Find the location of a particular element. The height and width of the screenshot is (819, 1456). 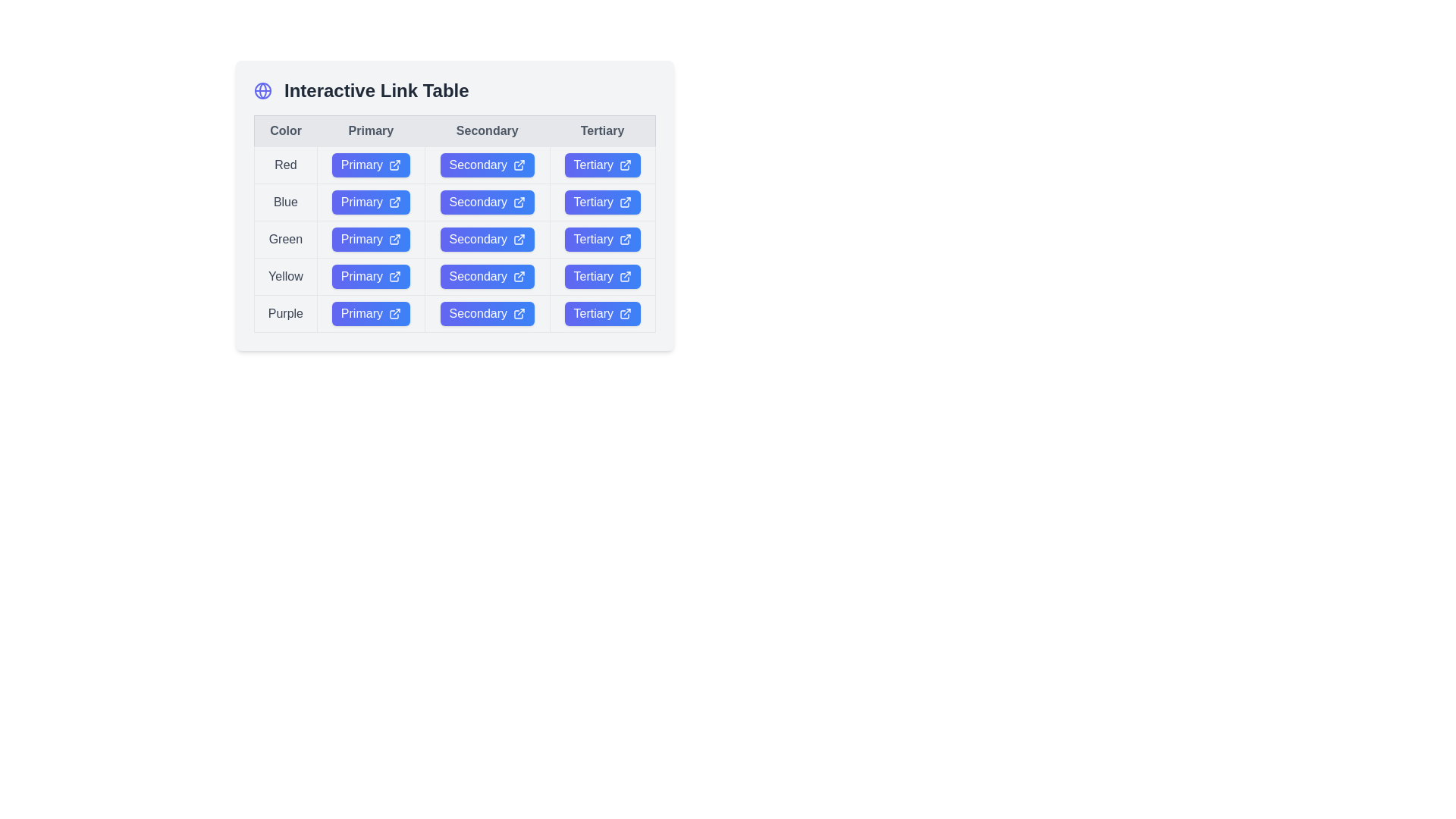

the external link icon located to the right of the 'Tertiary' button within the 'Red' color entry row of the 'Interactive Link Table' is located at coordinates (626, 165).